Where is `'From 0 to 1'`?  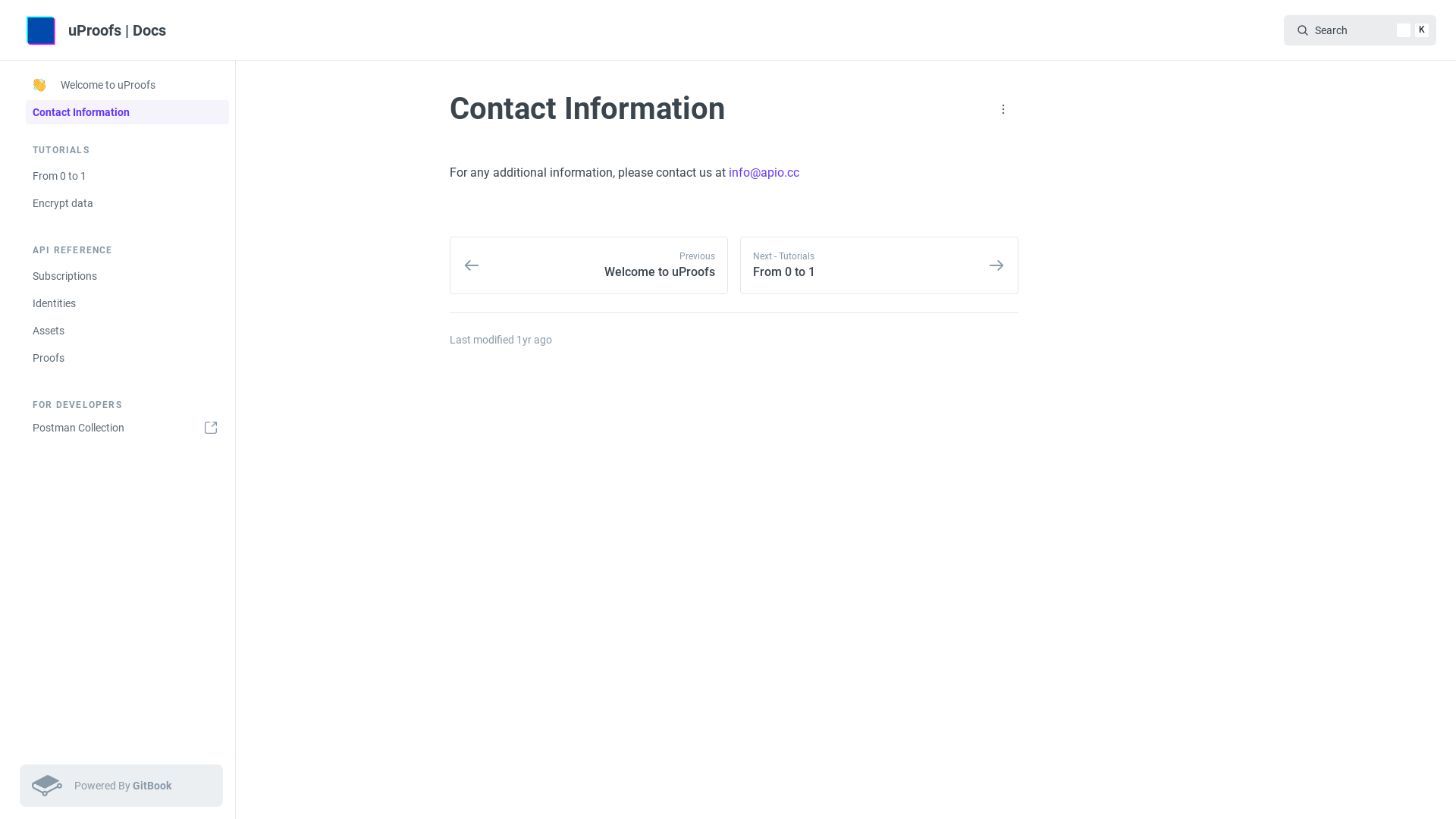 'From 0 to 1' is located at coordinates (127, 174).